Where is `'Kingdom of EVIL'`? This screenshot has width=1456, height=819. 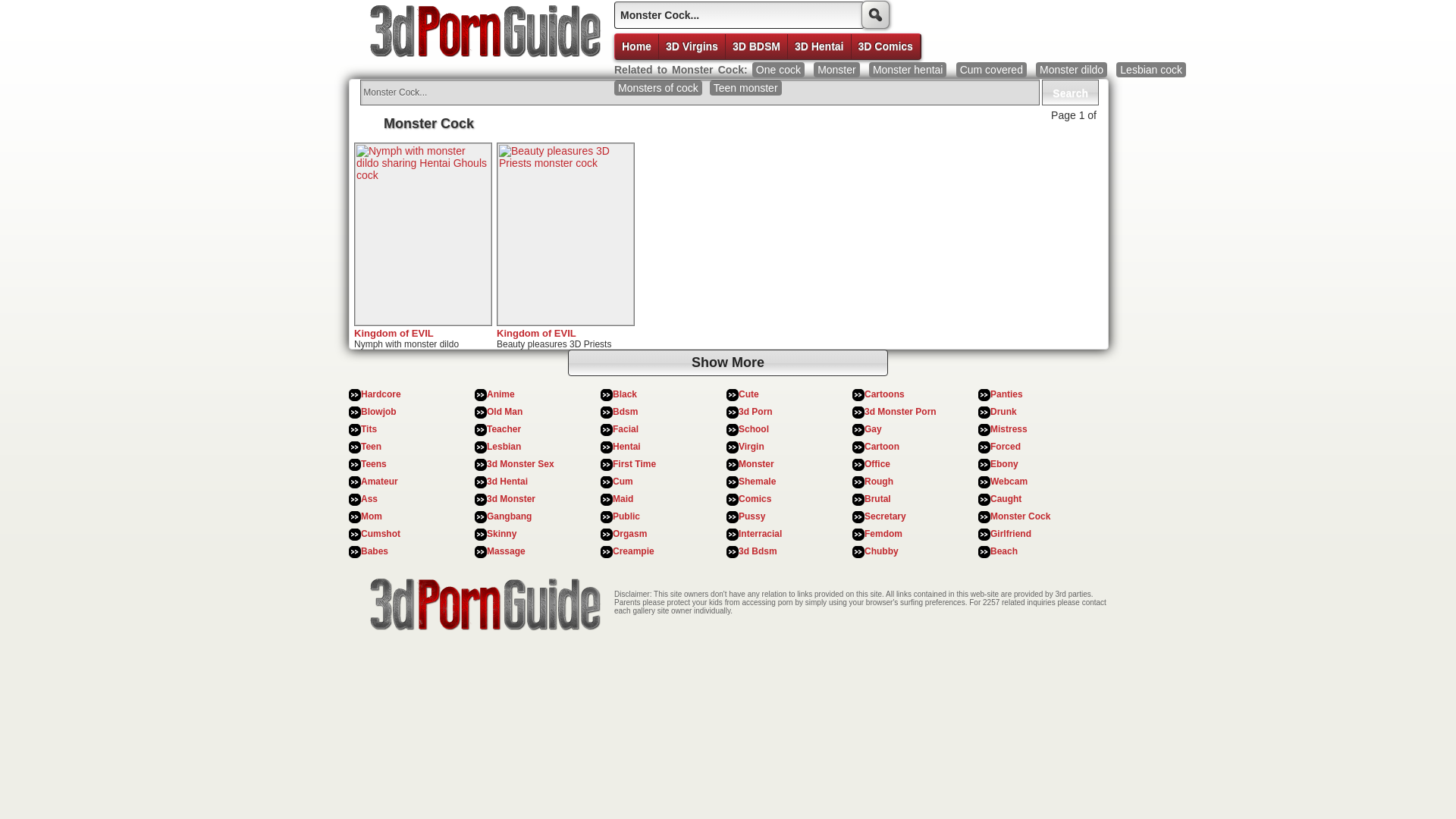 'Kingdom of EVIL' is located at coordinates (394, 332).